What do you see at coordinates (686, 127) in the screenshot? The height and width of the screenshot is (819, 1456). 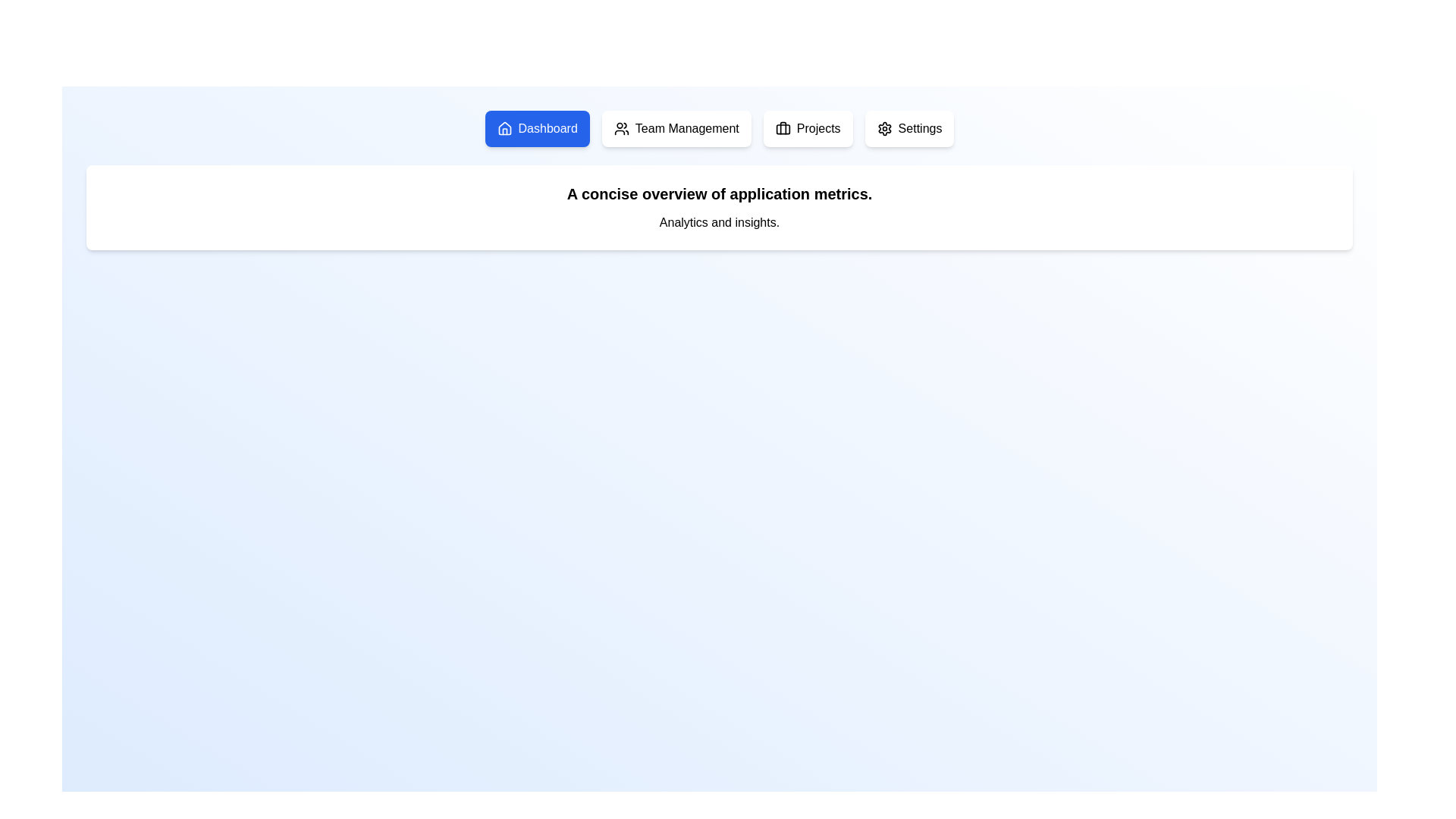 I see `the 'Team Management' text label in the navigation menu` at bounding box center [686, 127].